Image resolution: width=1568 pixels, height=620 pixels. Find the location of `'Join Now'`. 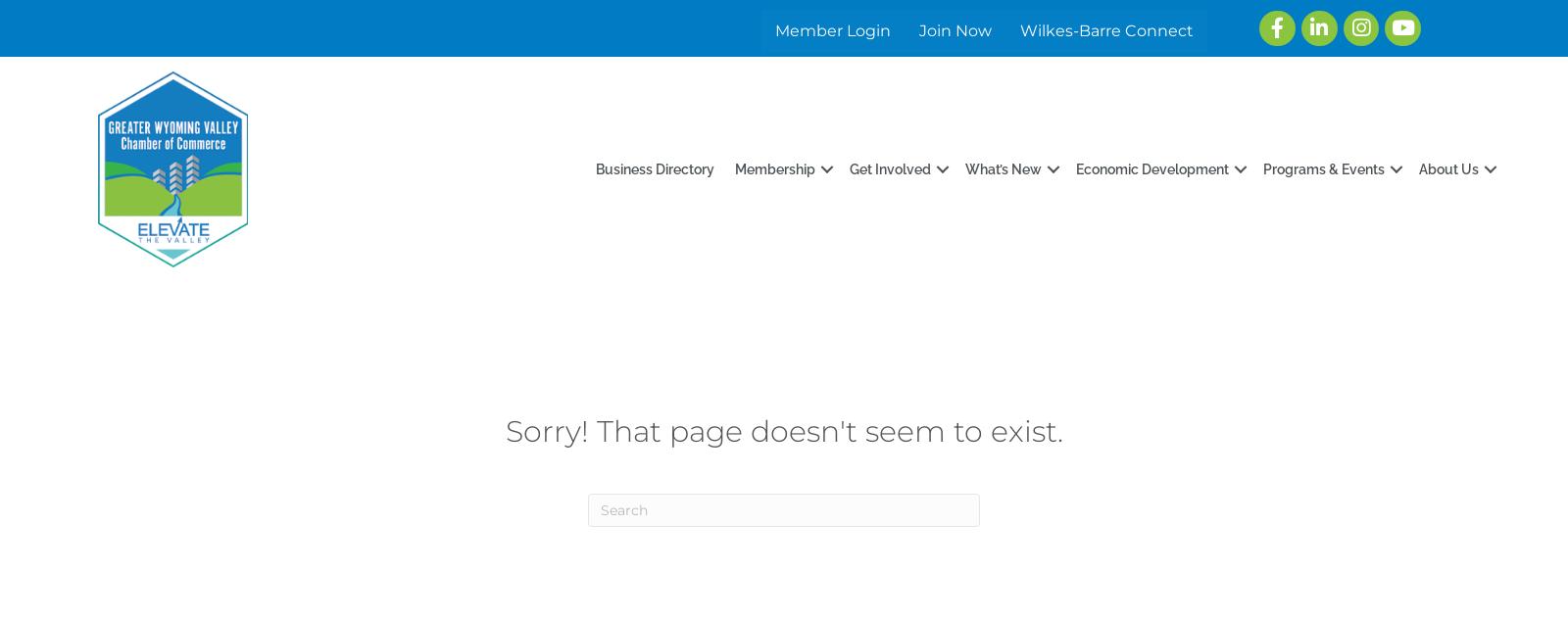

'Join Now' is located at coordinates (918, 29).